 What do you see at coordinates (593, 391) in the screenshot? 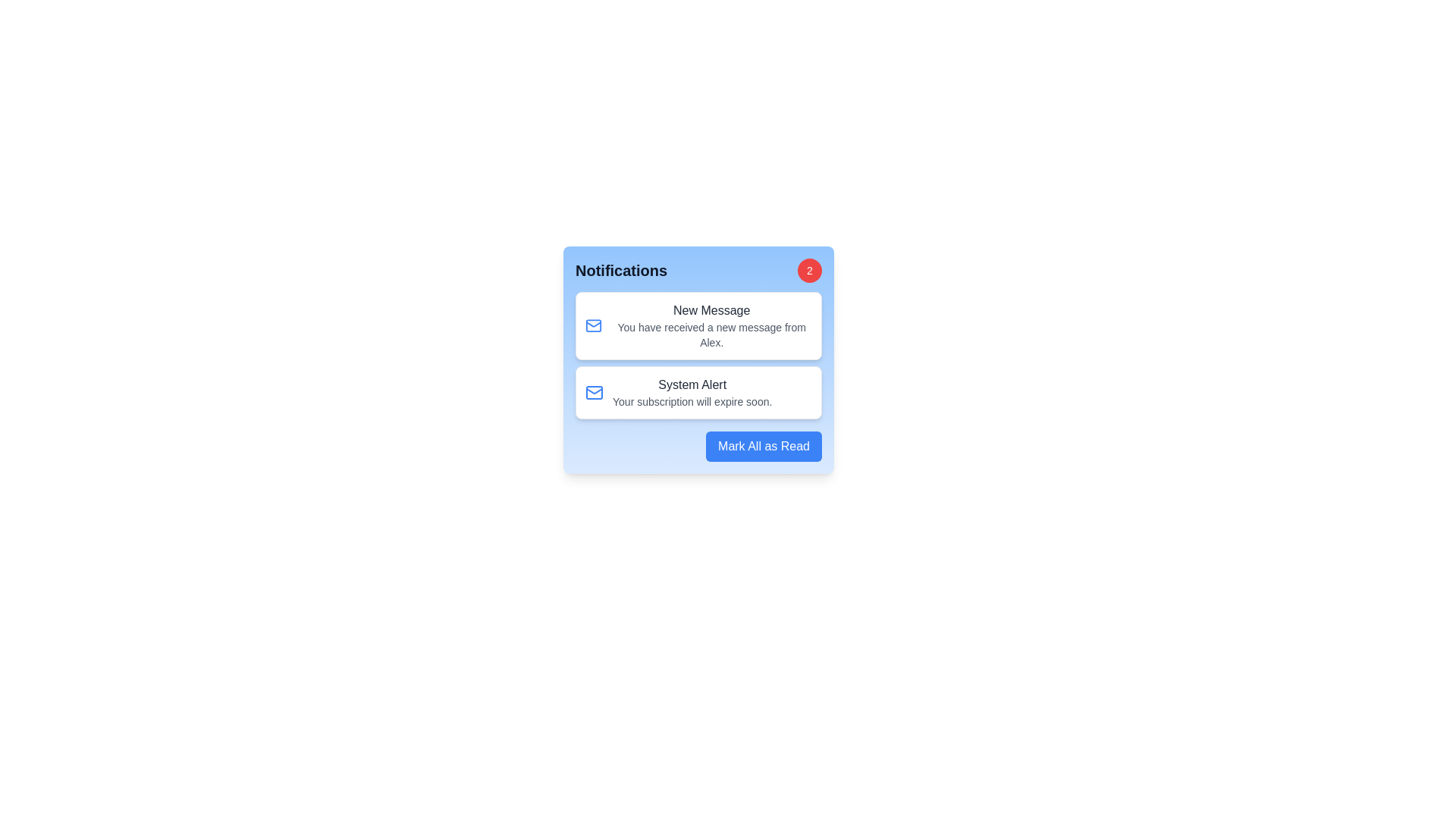
I see `the envelope icon representing the outer shell of a mail or message in the Notifications panel, located to the left of the 'New Message' text` at bounding box center [593, 391].